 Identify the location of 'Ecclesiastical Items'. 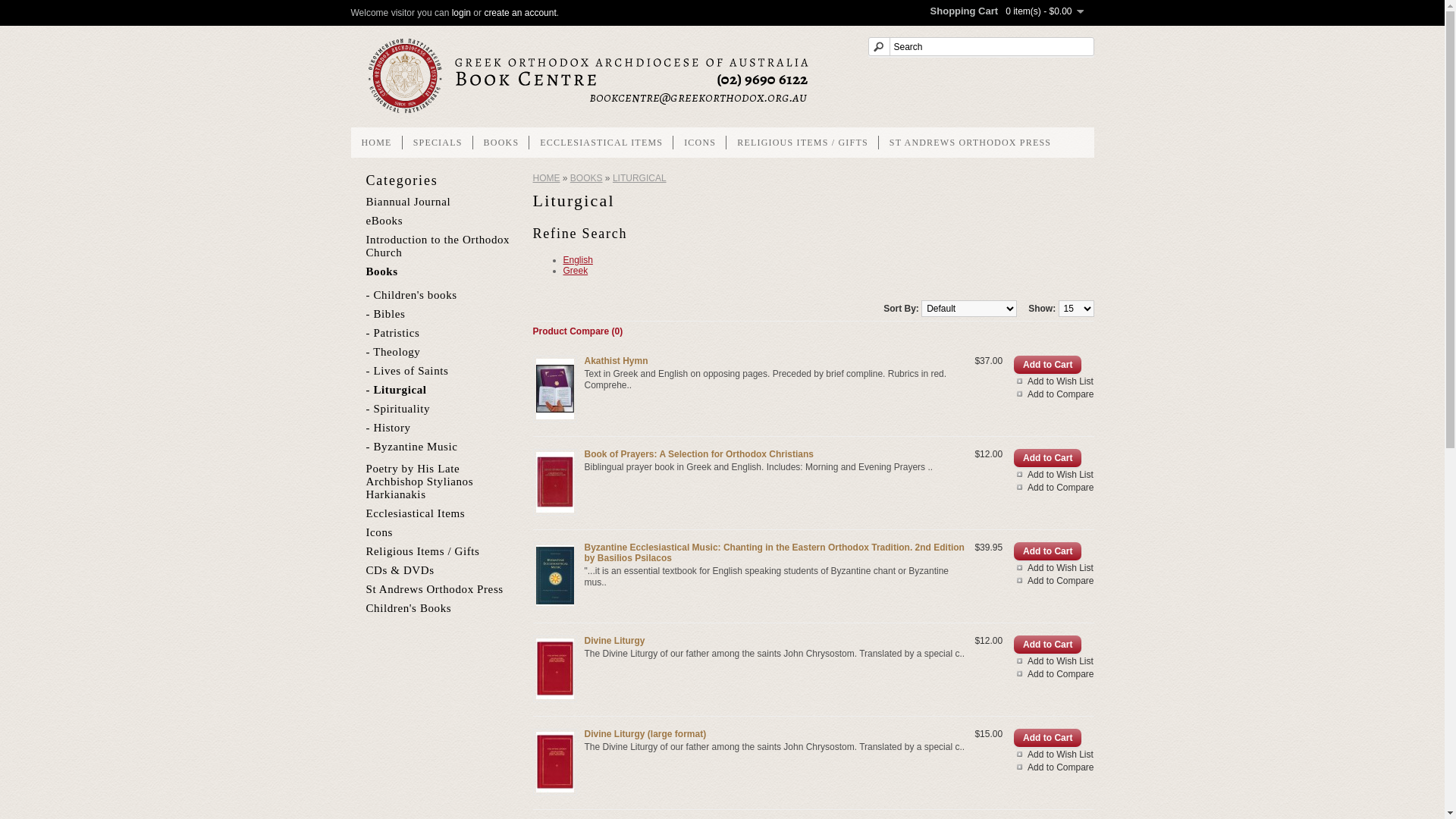
(415, 513).